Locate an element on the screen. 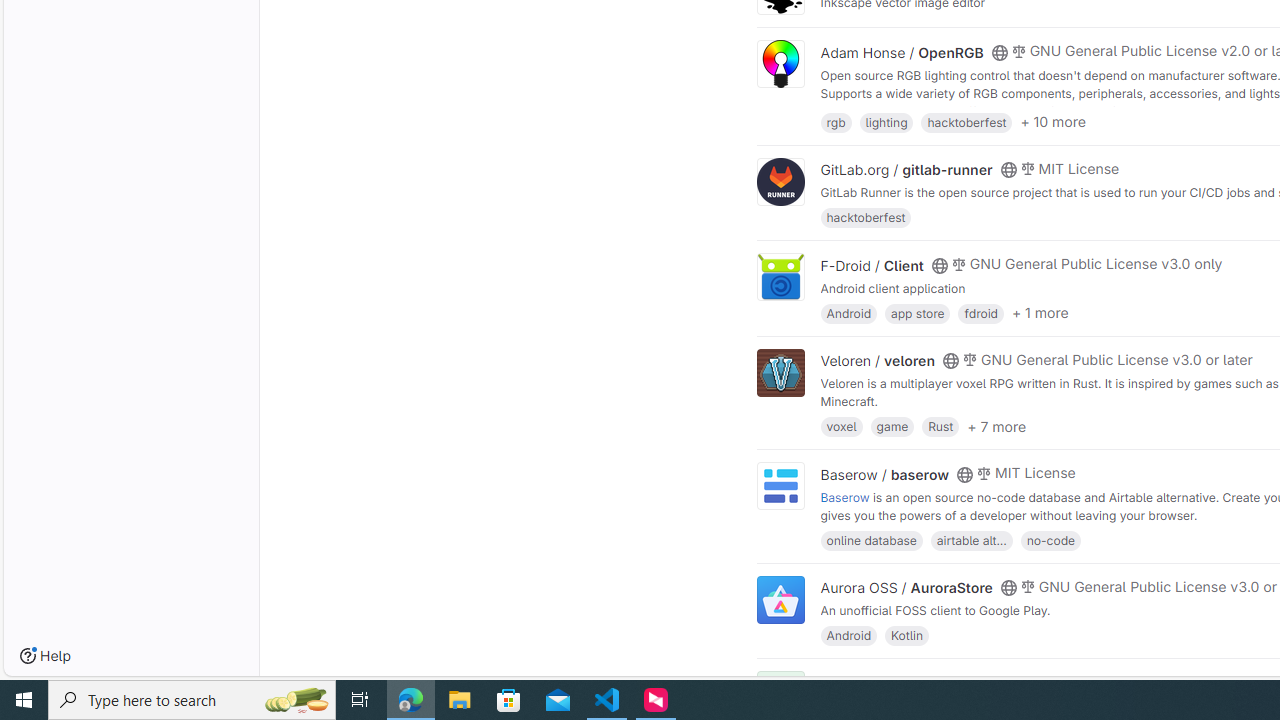 This screenshot has width=1280, height=720. '+ 10 more' is located at coordinates (1052, 122).